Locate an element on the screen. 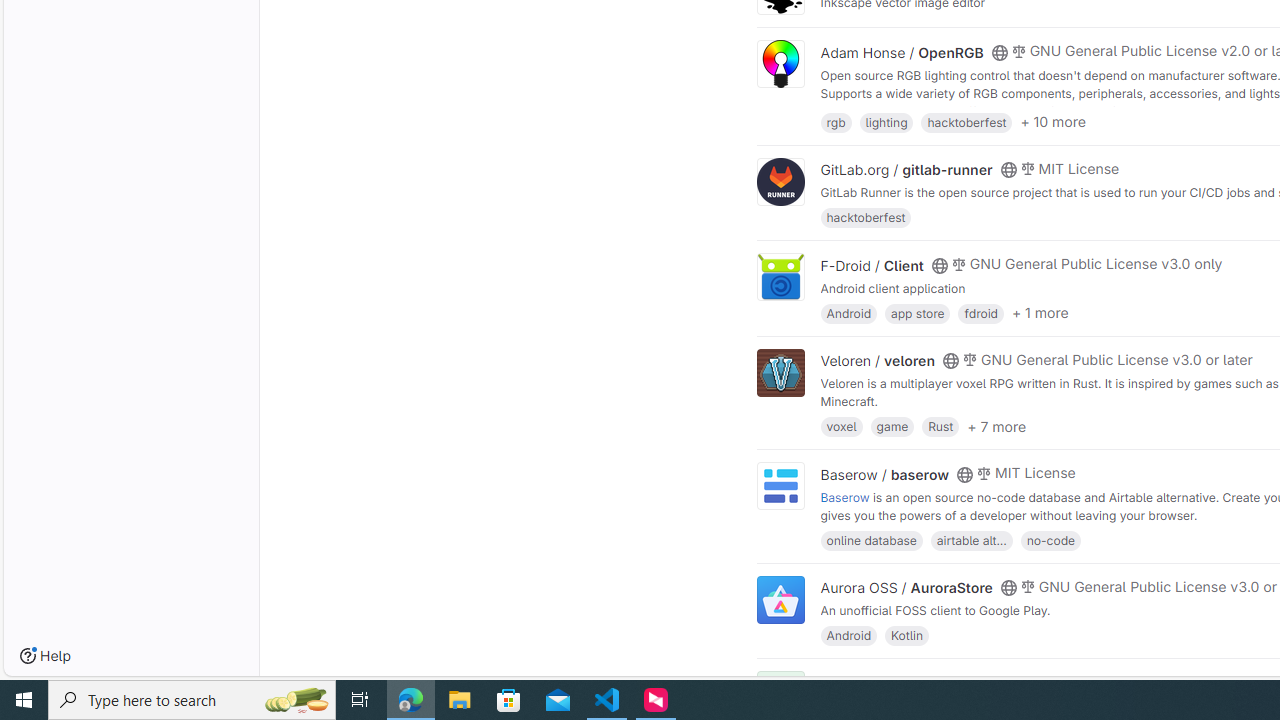 This screenshot has width=1280, height=720. '+ 10 more' is located at coordinates (1052, 122).